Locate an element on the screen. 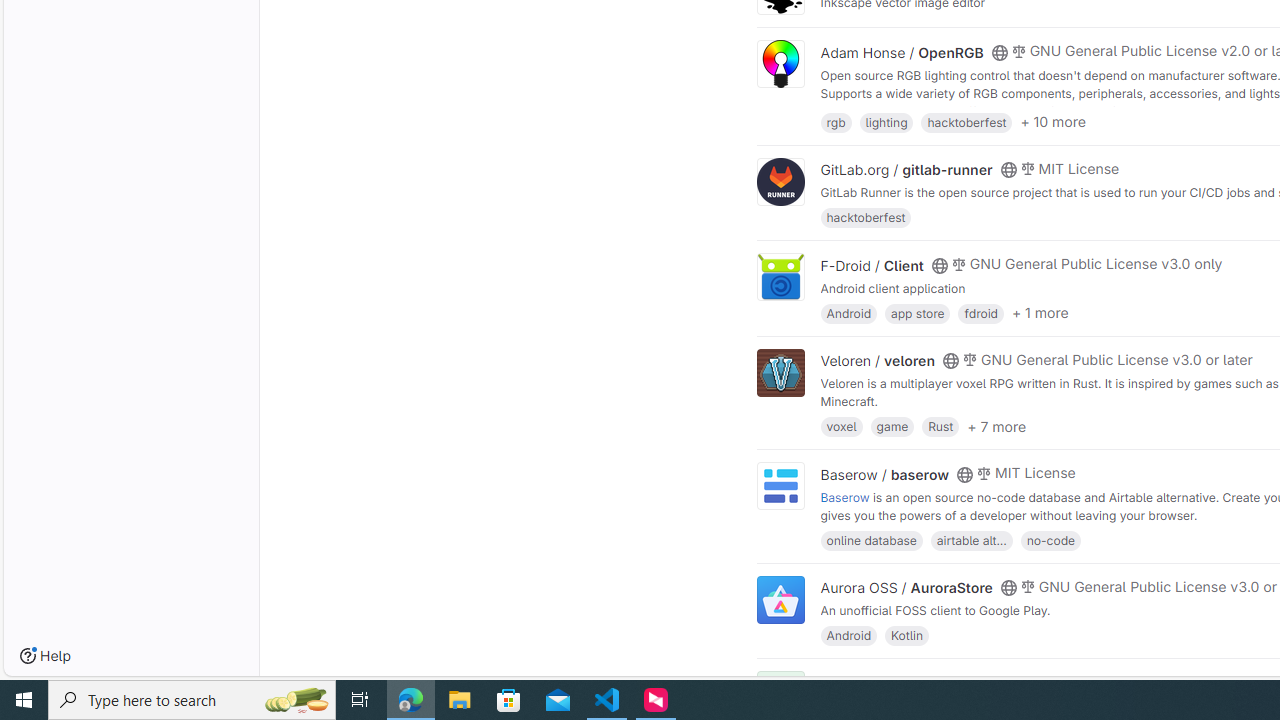 This screenshot has width=1280, height=720. '+ 10 more' is located at coordinates (1052, 122).